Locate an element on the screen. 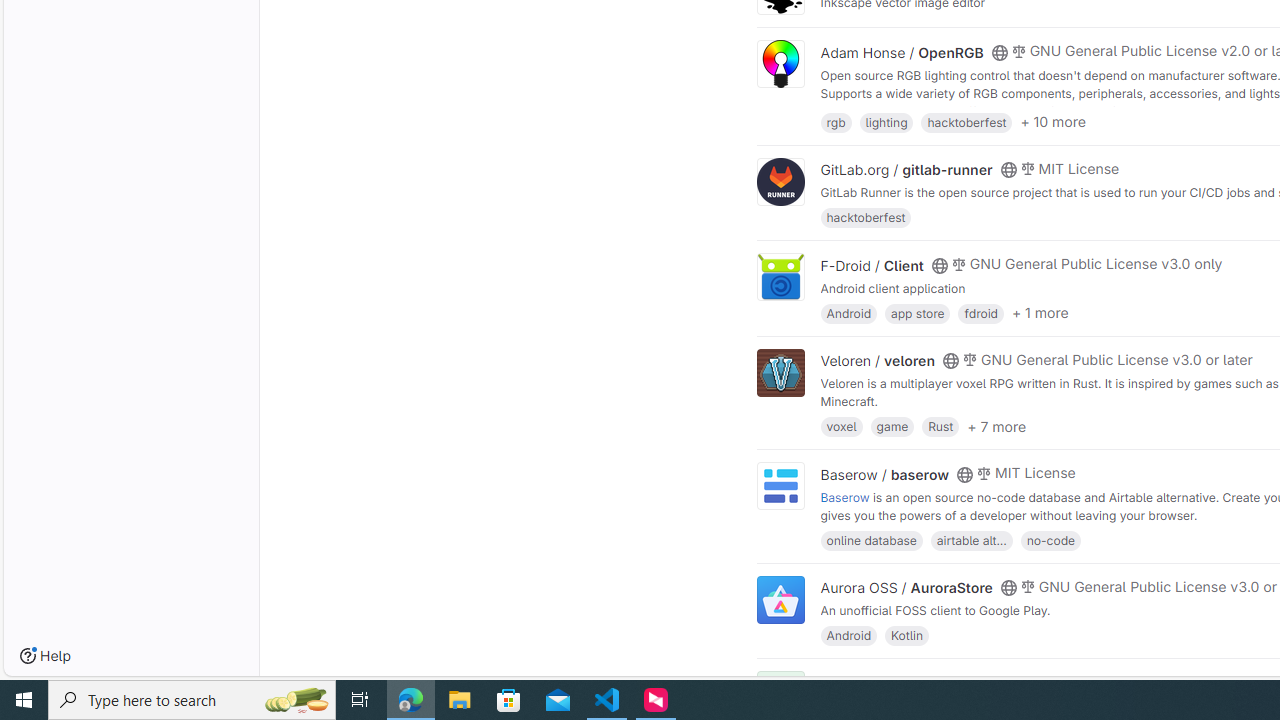 This screenshot has width=1280, height=720. '+ 10 more' is located at coordinates (1052, 122).